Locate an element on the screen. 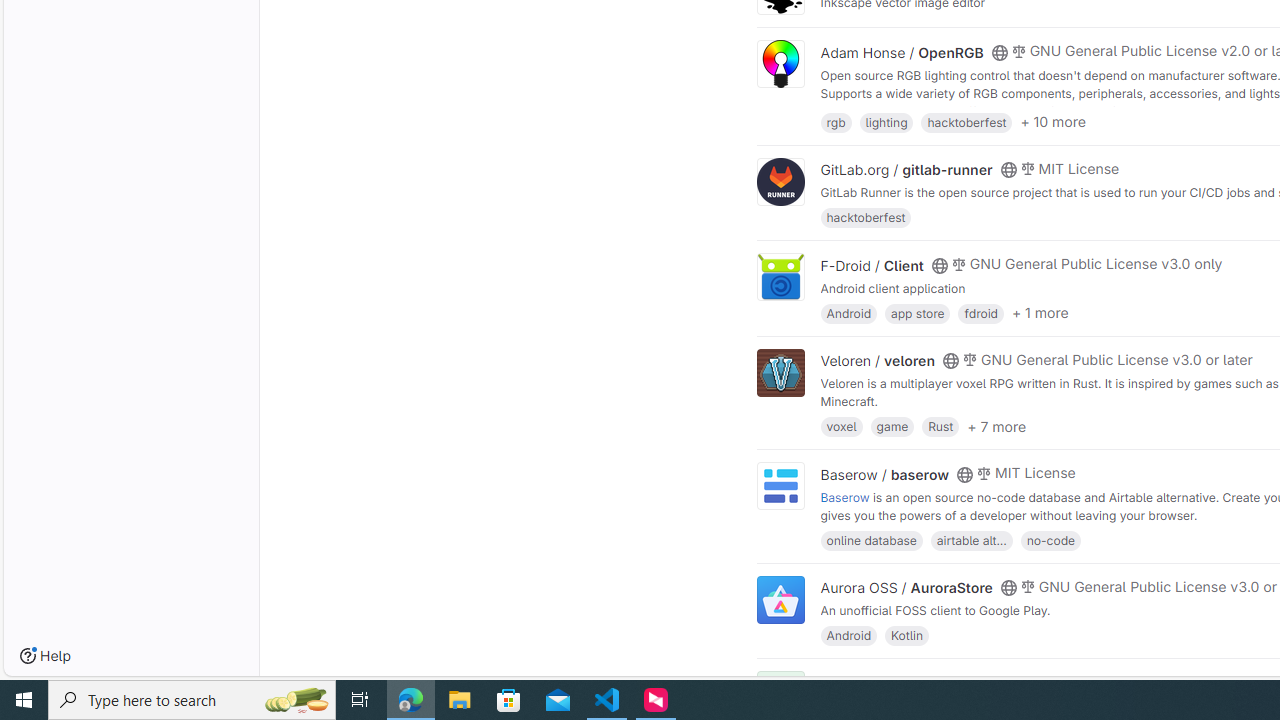 This screenshot has width=1280, height=720. '+ 10 more' is located at coordinates (1052, 122).